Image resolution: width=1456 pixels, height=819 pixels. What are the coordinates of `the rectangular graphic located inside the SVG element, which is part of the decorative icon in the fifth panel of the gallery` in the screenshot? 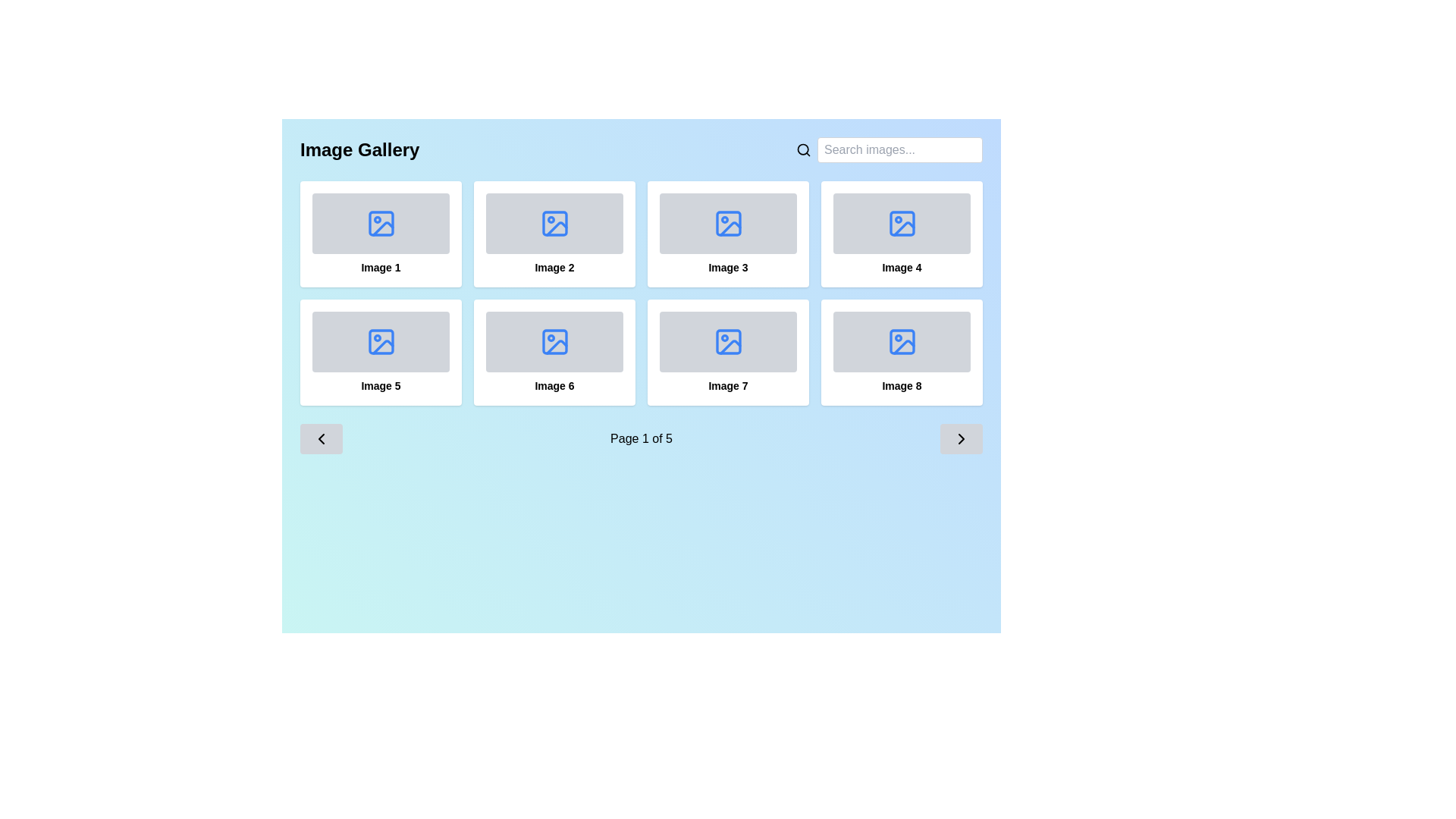 It's located at (381, 342).